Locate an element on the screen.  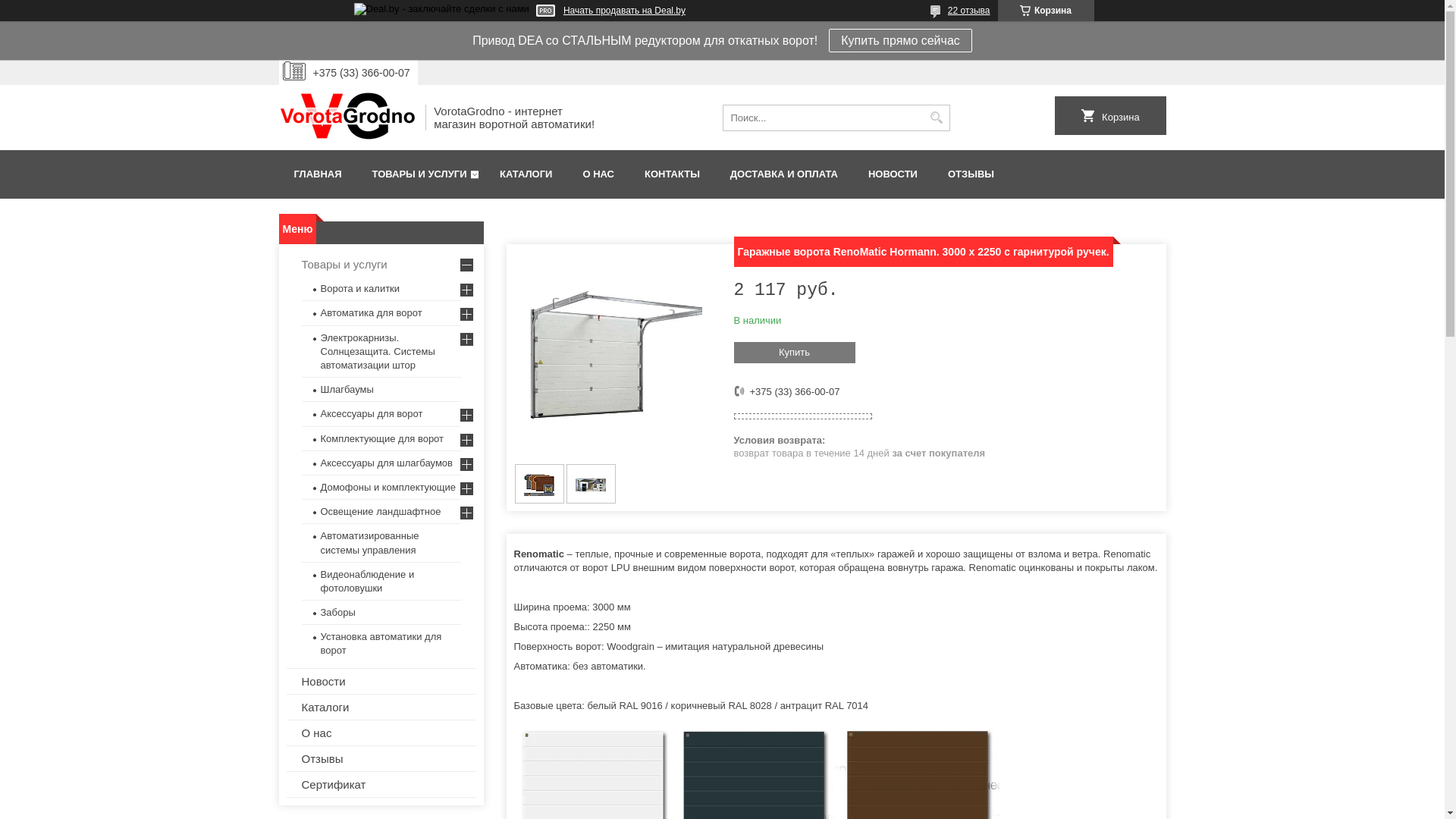
'VorotaGrodno' is located at coordinates (346, 116).